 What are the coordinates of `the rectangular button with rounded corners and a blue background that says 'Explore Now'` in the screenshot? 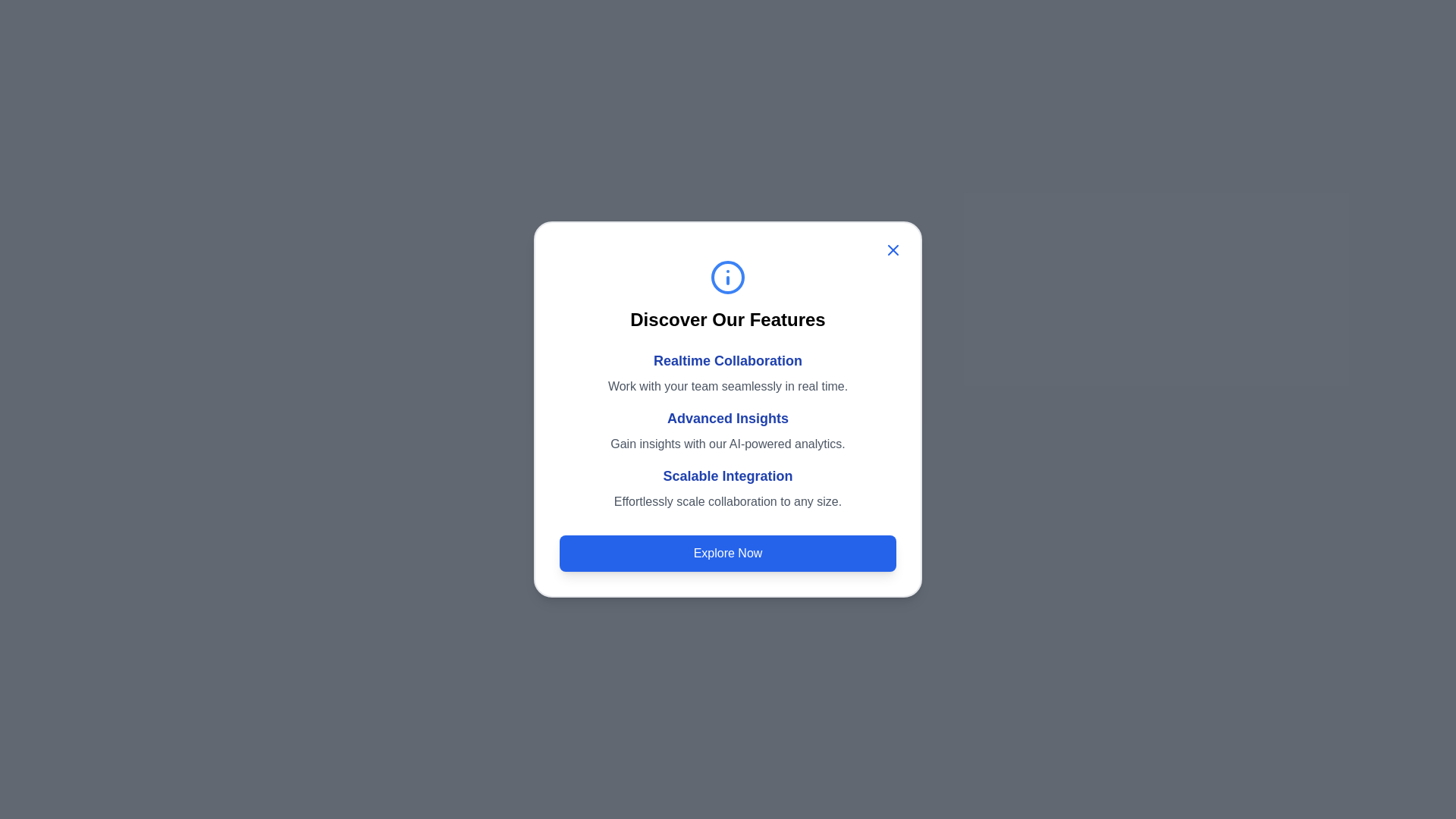 It's located at (728, 553).